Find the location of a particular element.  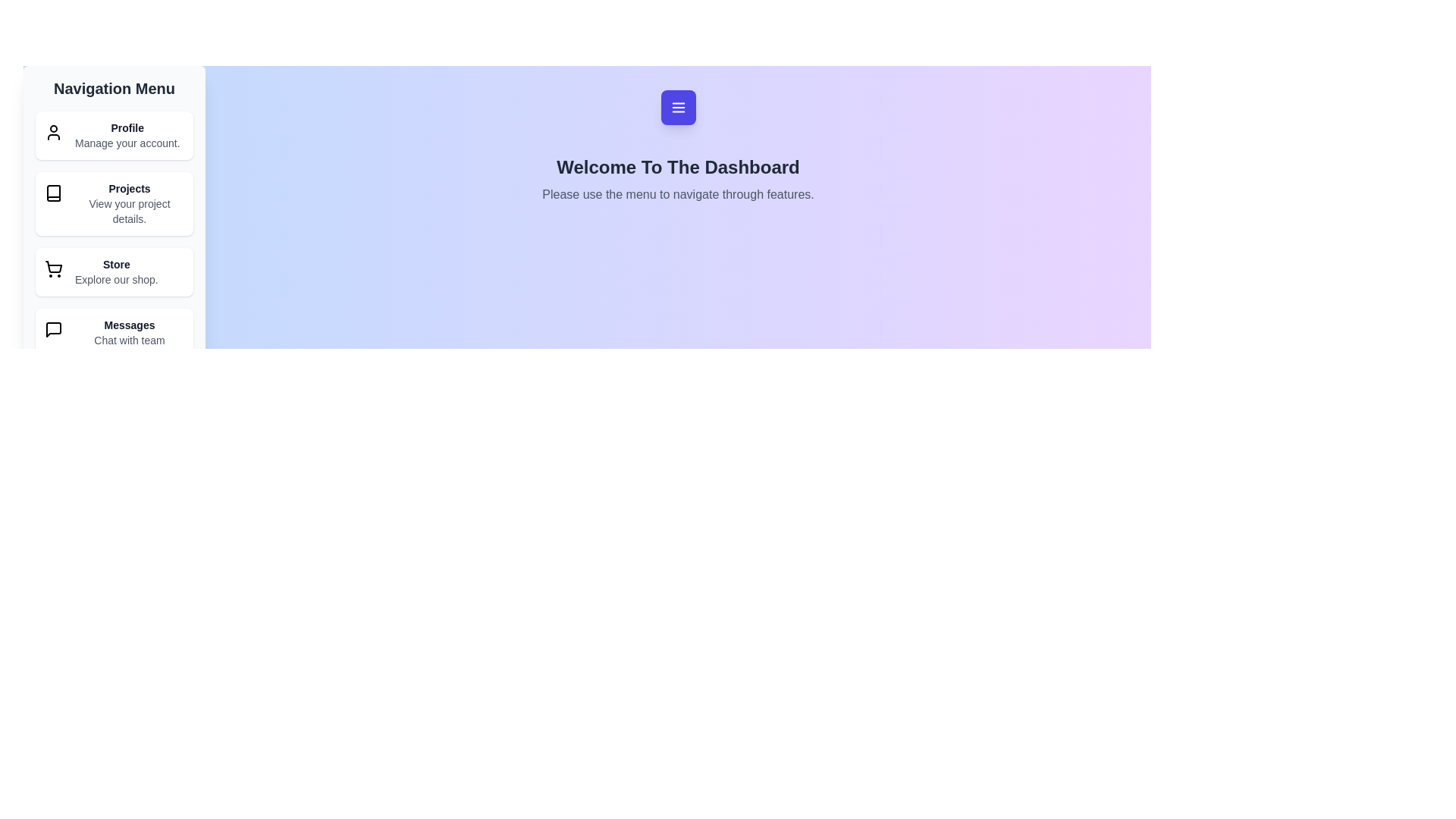

the navigation item Store is located at coordinates (113, 271).